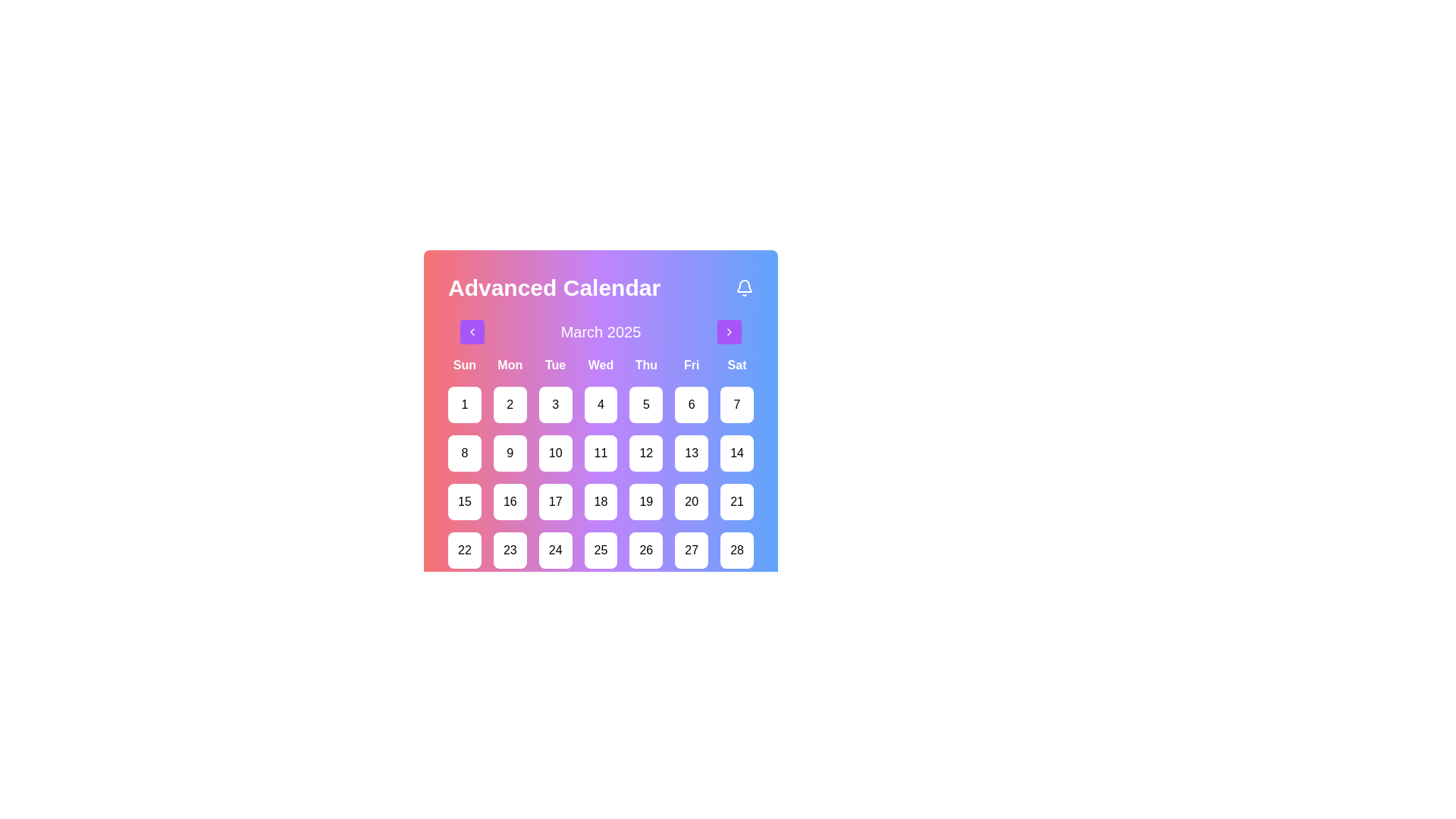  I want to click on the interactive calendar date cell representing the 28th day of the month, so click(737, 550).